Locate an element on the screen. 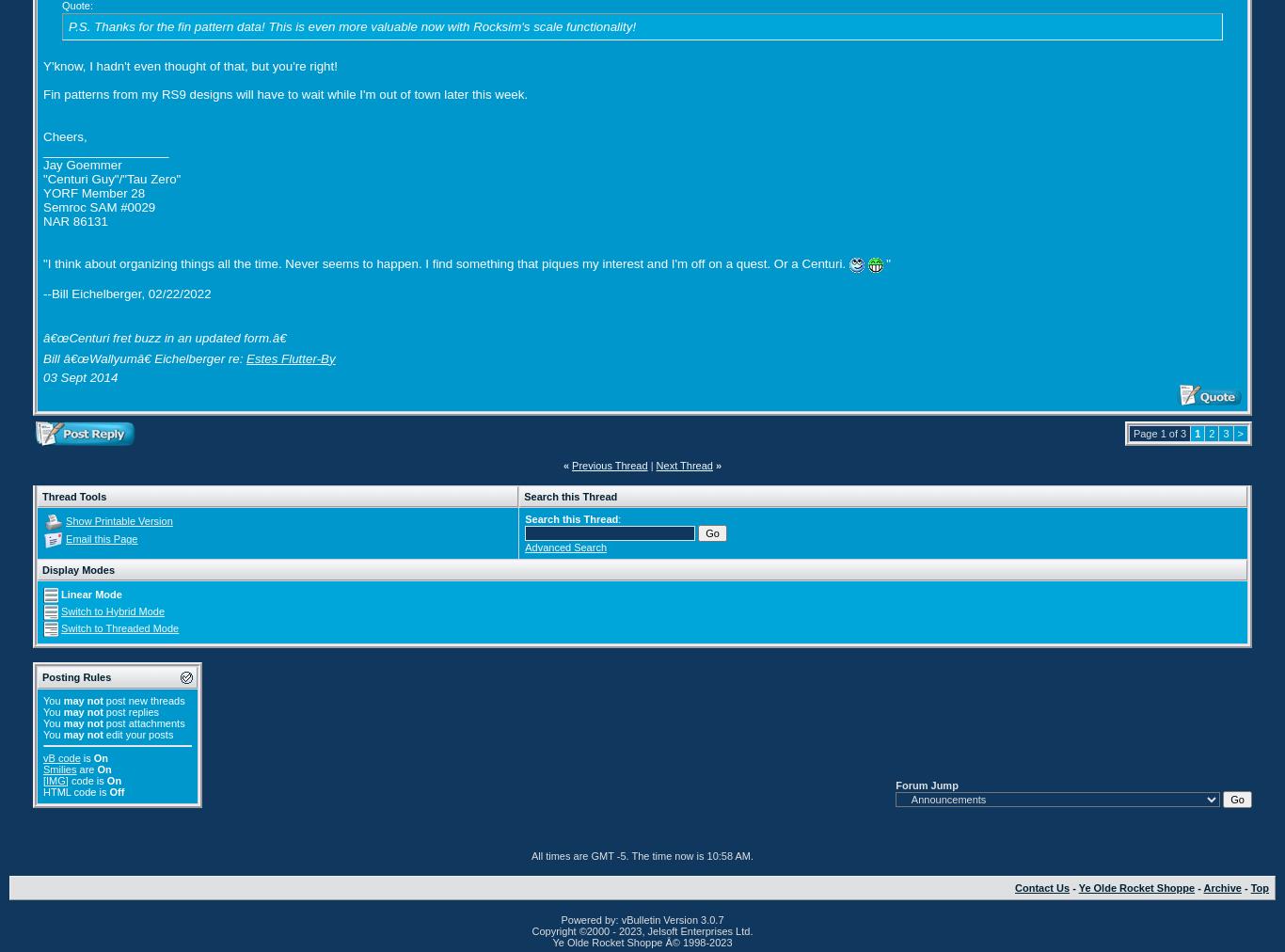  'post new threads' is located at coordinates (103, 700).